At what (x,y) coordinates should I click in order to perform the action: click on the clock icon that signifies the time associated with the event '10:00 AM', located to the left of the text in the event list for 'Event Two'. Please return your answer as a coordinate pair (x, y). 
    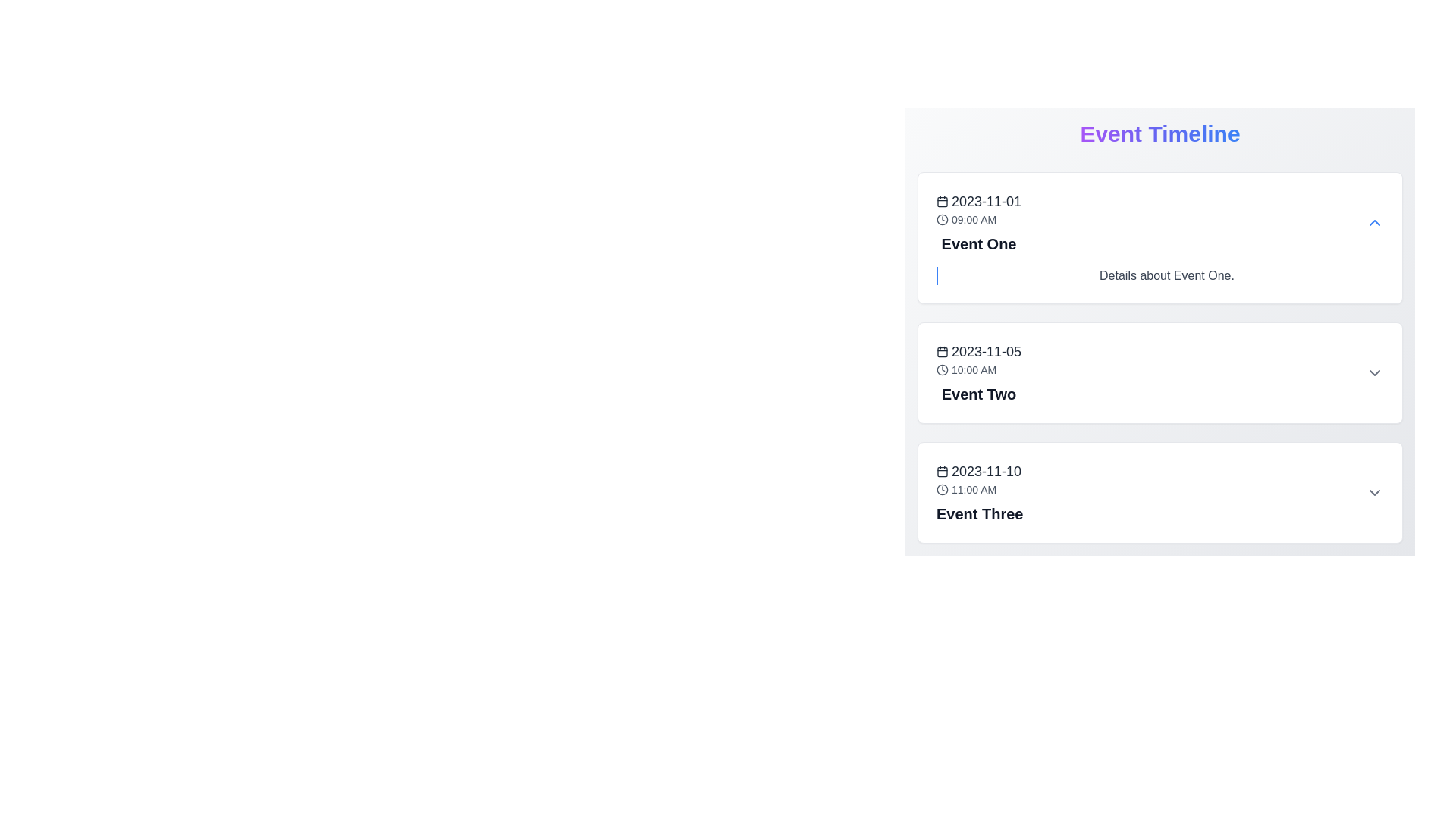
    Looking at the image, I should click on (942, 370).